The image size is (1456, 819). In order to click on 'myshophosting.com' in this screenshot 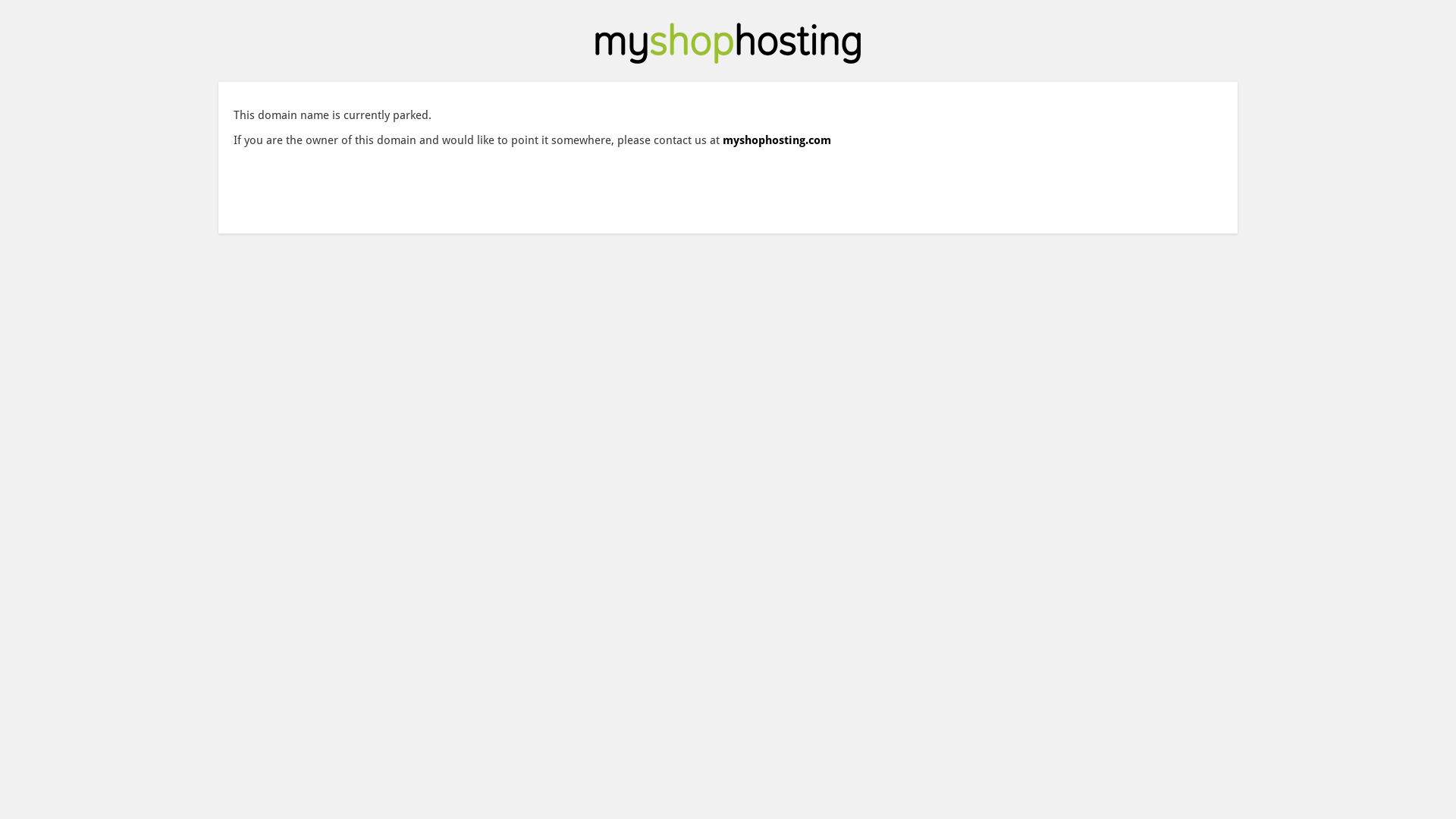, I will do `click(722, 140)`.